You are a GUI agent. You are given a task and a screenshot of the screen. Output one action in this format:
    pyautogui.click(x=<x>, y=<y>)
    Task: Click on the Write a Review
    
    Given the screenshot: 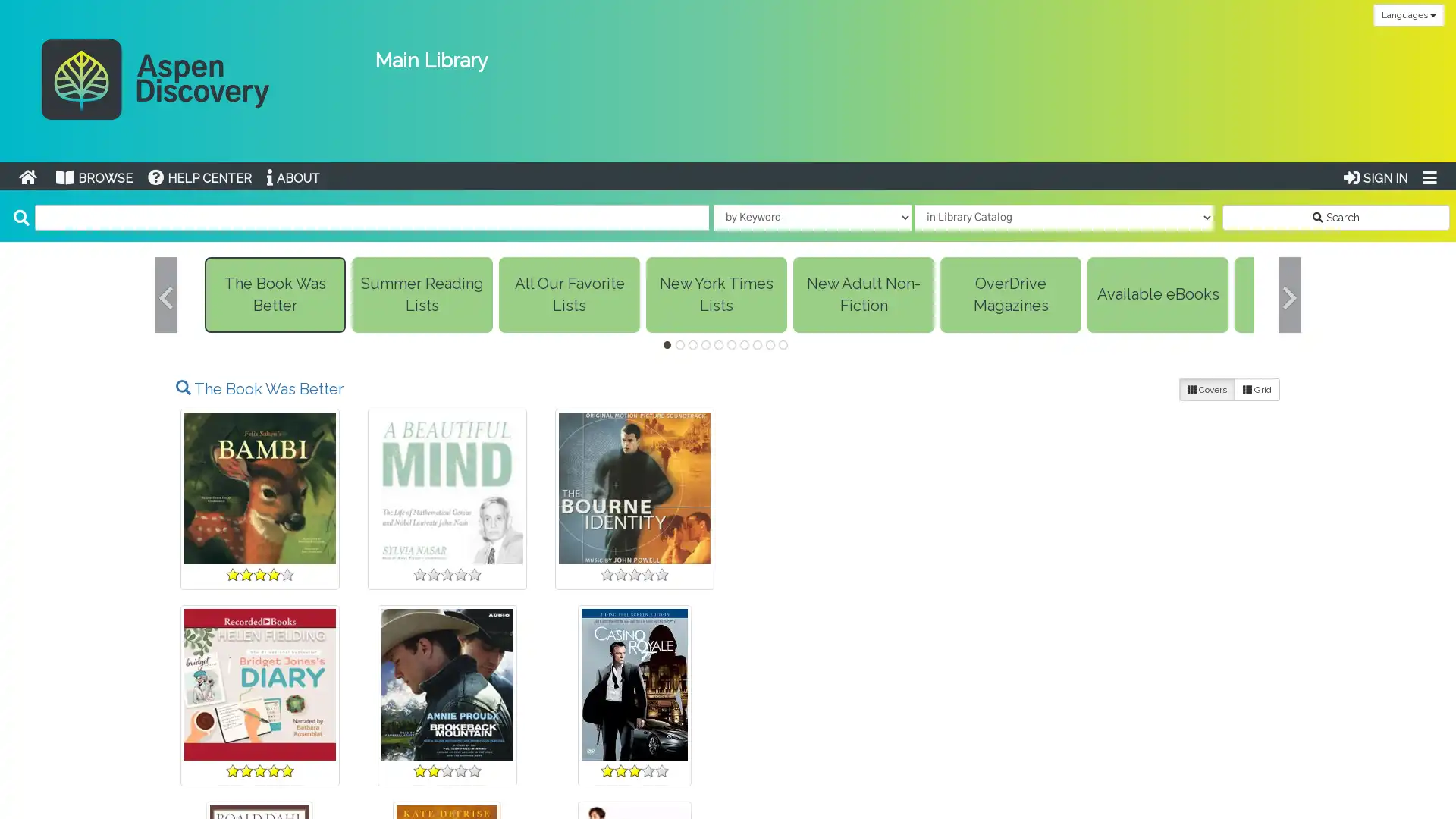 What is the action you would take?
    pyautogui.click(x=633, y=772)
    